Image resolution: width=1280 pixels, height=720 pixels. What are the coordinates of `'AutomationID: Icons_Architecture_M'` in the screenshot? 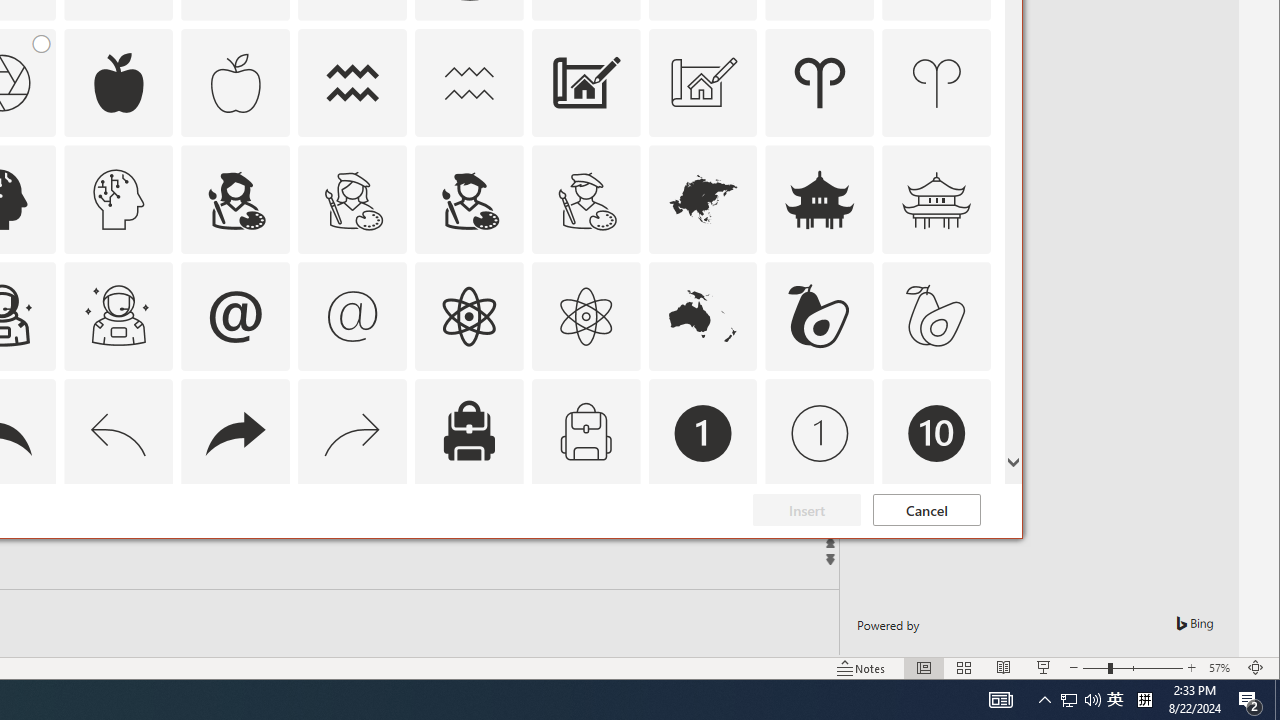 It's located at (702, 81).